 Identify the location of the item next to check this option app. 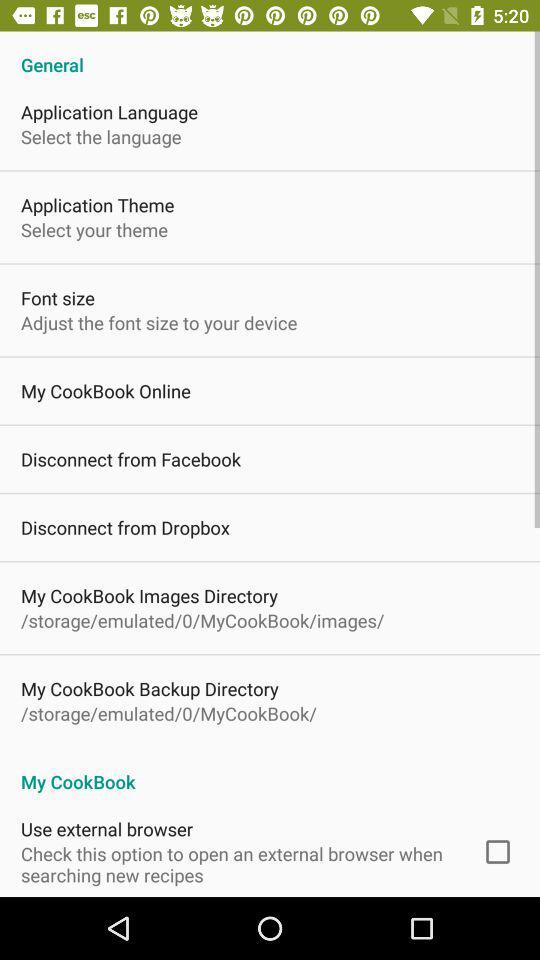
(496, 851).